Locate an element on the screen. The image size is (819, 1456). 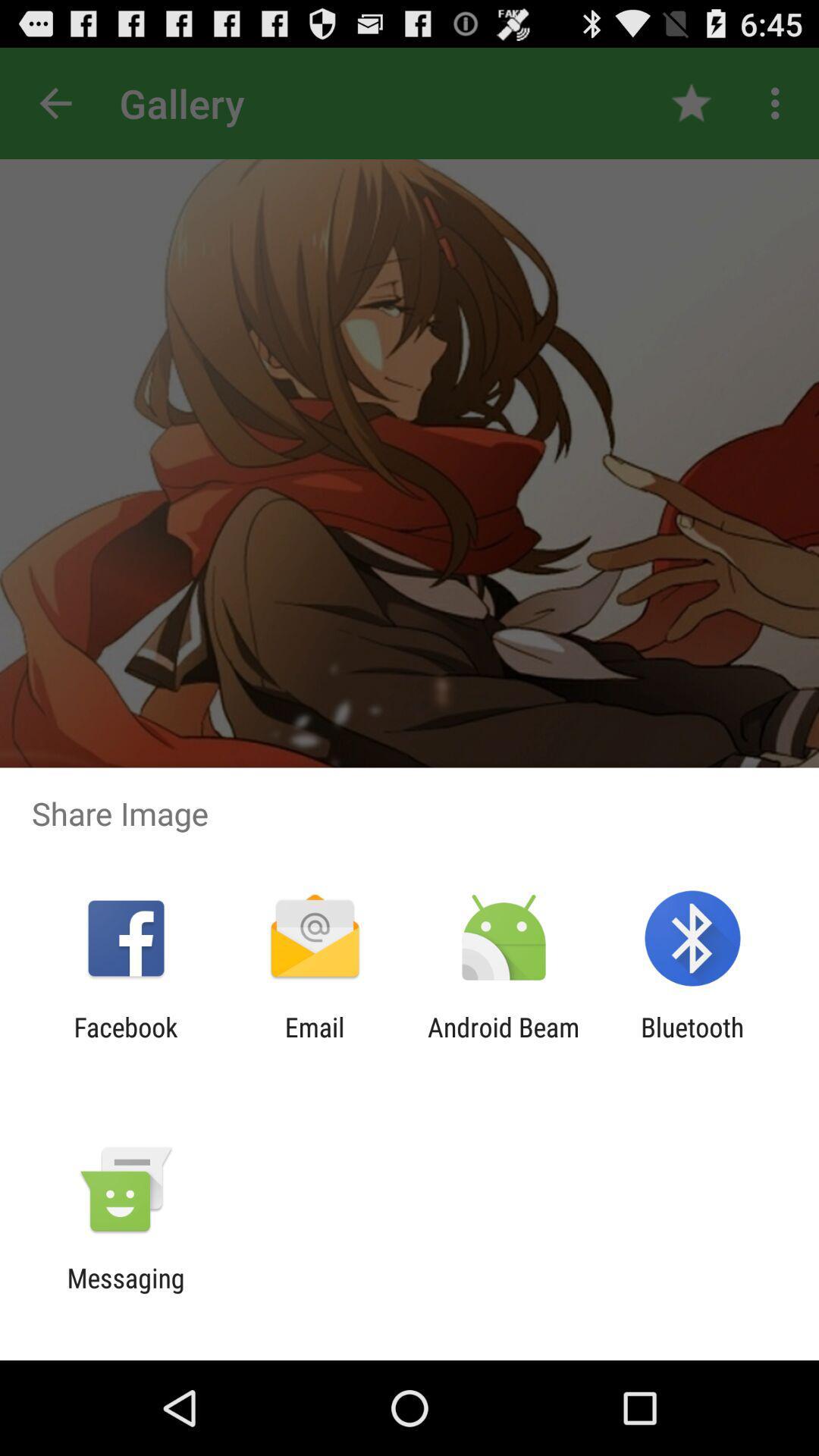
bluetooth item is located at coordinates (692, 1042).